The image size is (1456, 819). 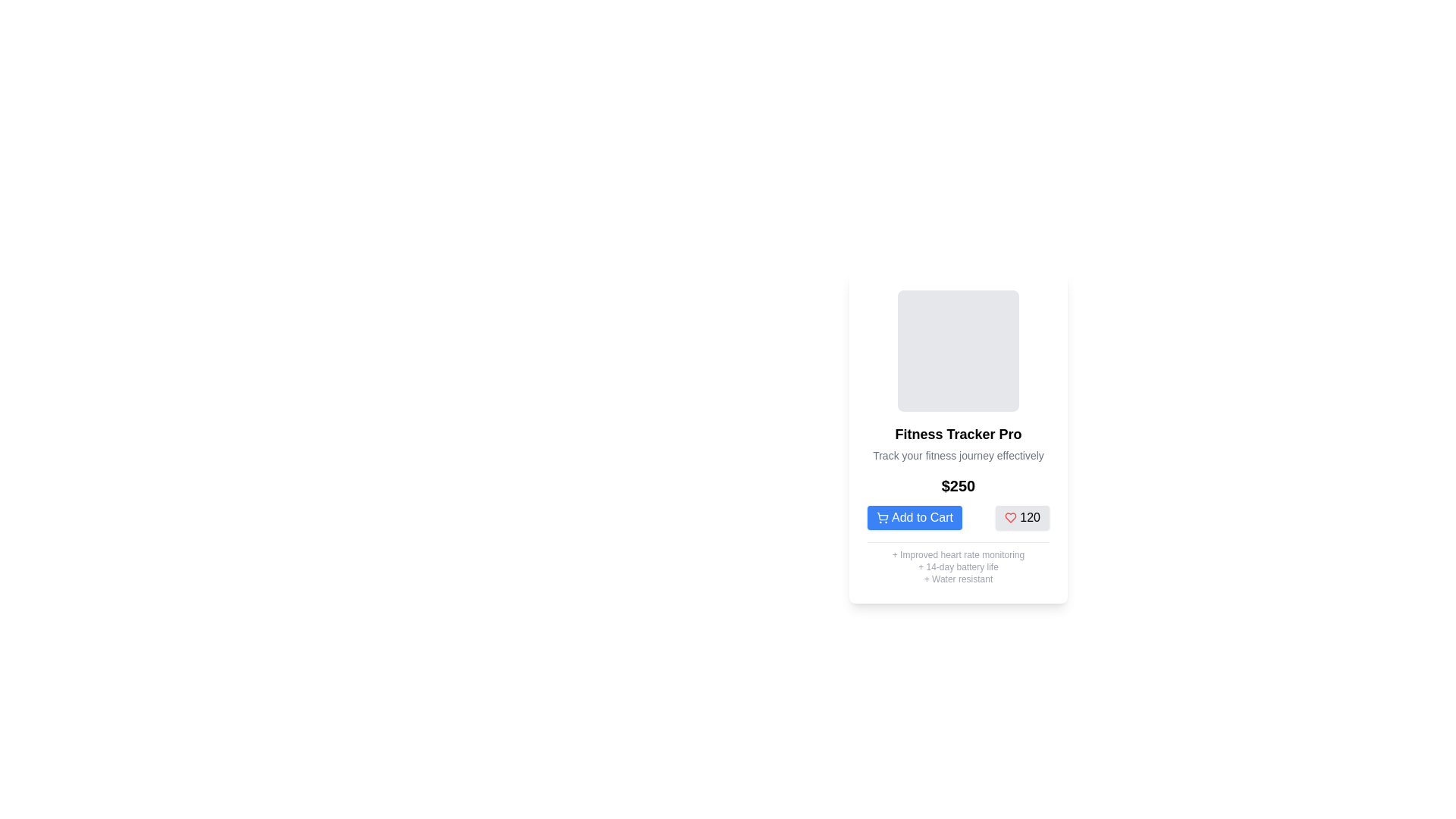 What do you see at coordinates (883, 516) in the screenshot?
I see `the shopping cart icon, which is part of an SVG graphic located to the left of the 'Add to Cart' button` at bounding box center [883, 516].